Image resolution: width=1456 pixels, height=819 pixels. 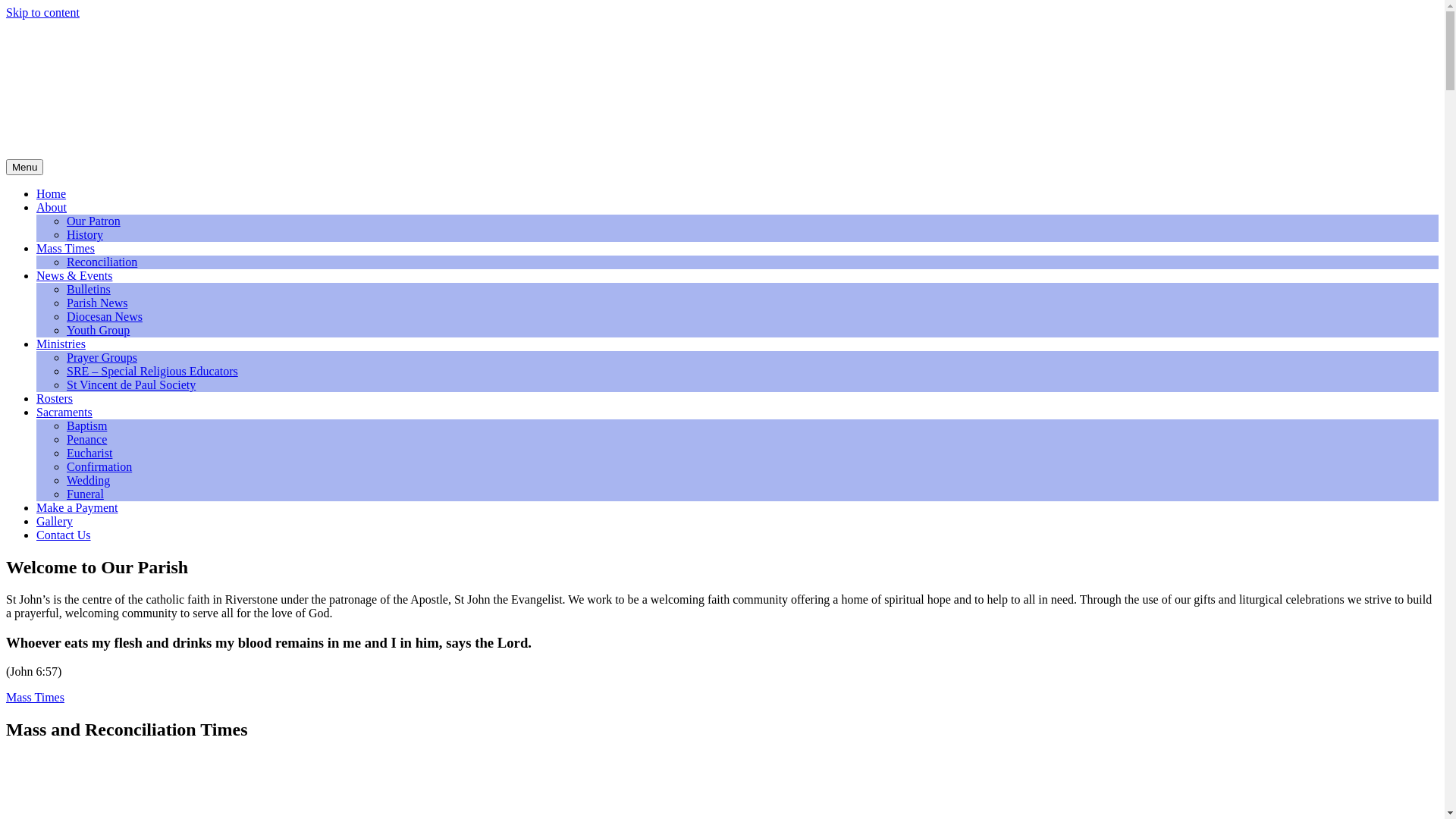 I want to click on 'History', so click(x=83, y=234).